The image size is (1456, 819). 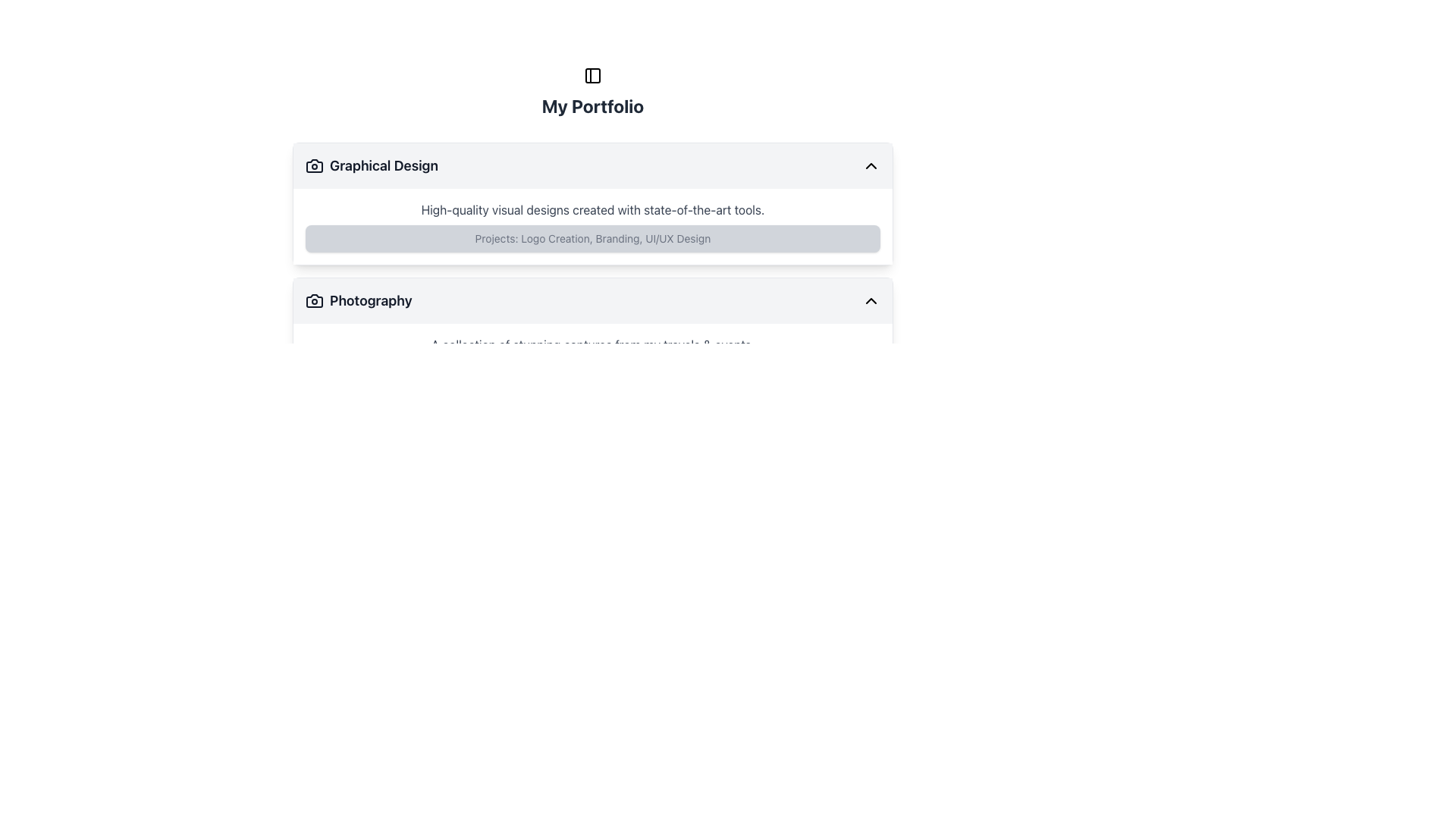 I want to click on the upward-pointing arrow icon located at the far-right of the 'Photography' section, so click(x=871, y=301).